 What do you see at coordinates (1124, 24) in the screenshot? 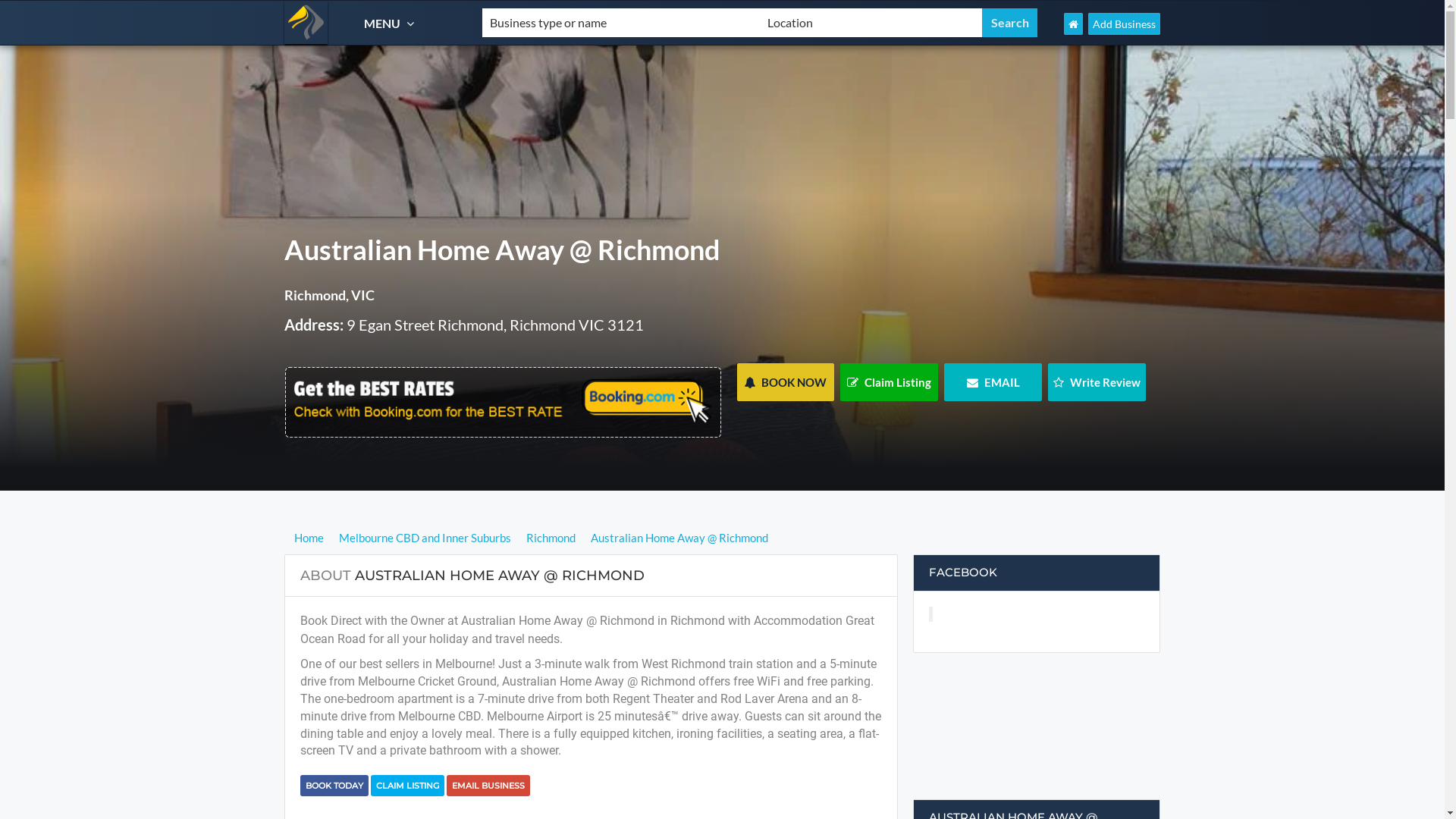
I see `'Add Business'` at bounding box center [1124, 24].